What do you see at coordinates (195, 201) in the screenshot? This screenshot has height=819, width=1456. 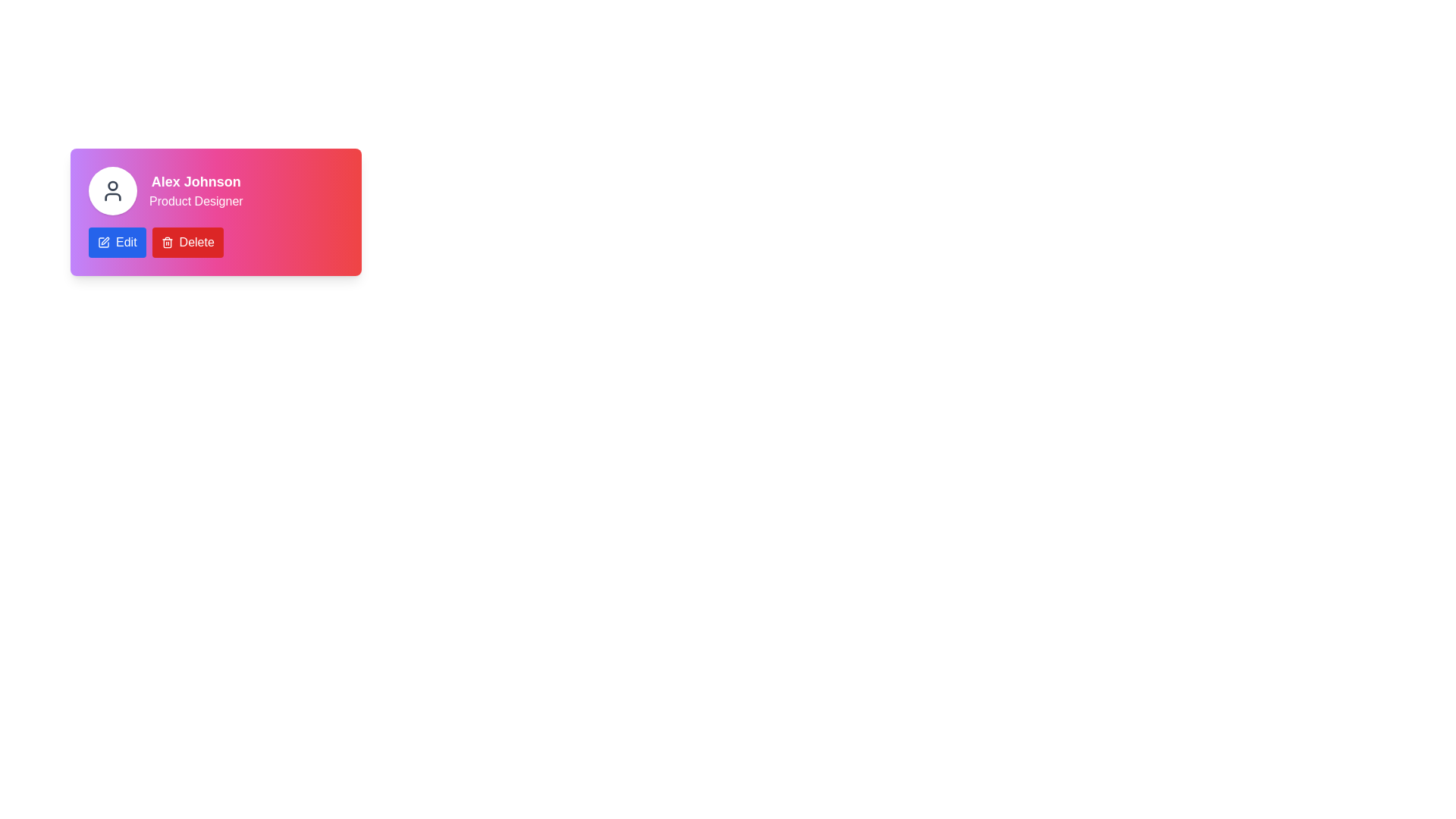 I see `text label indicating the user's professional title or role located below the name 'Alex Johnson' in the user profile card` at bounding box center [195, 201].